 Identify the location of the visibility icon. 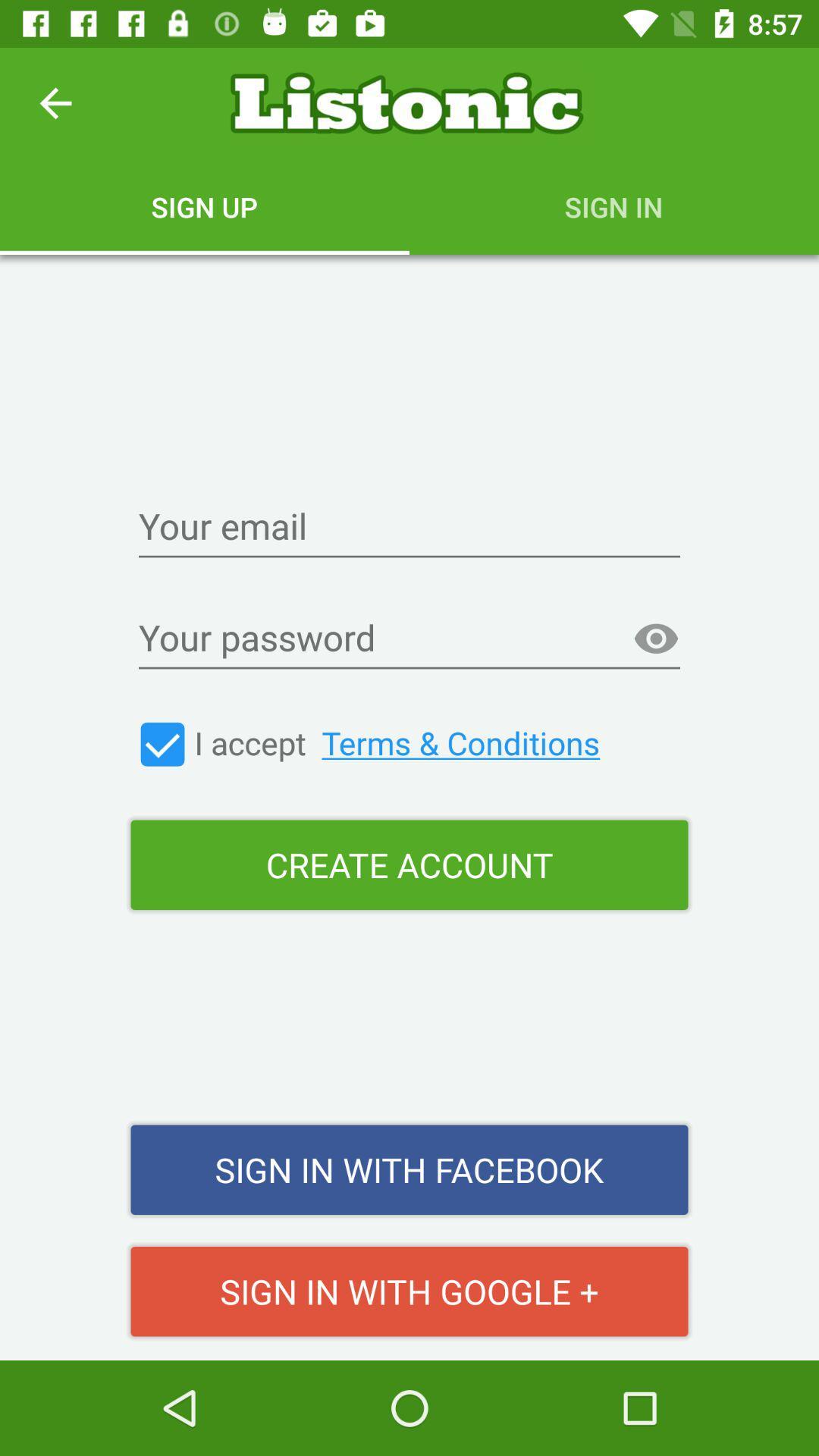
(655, 639).